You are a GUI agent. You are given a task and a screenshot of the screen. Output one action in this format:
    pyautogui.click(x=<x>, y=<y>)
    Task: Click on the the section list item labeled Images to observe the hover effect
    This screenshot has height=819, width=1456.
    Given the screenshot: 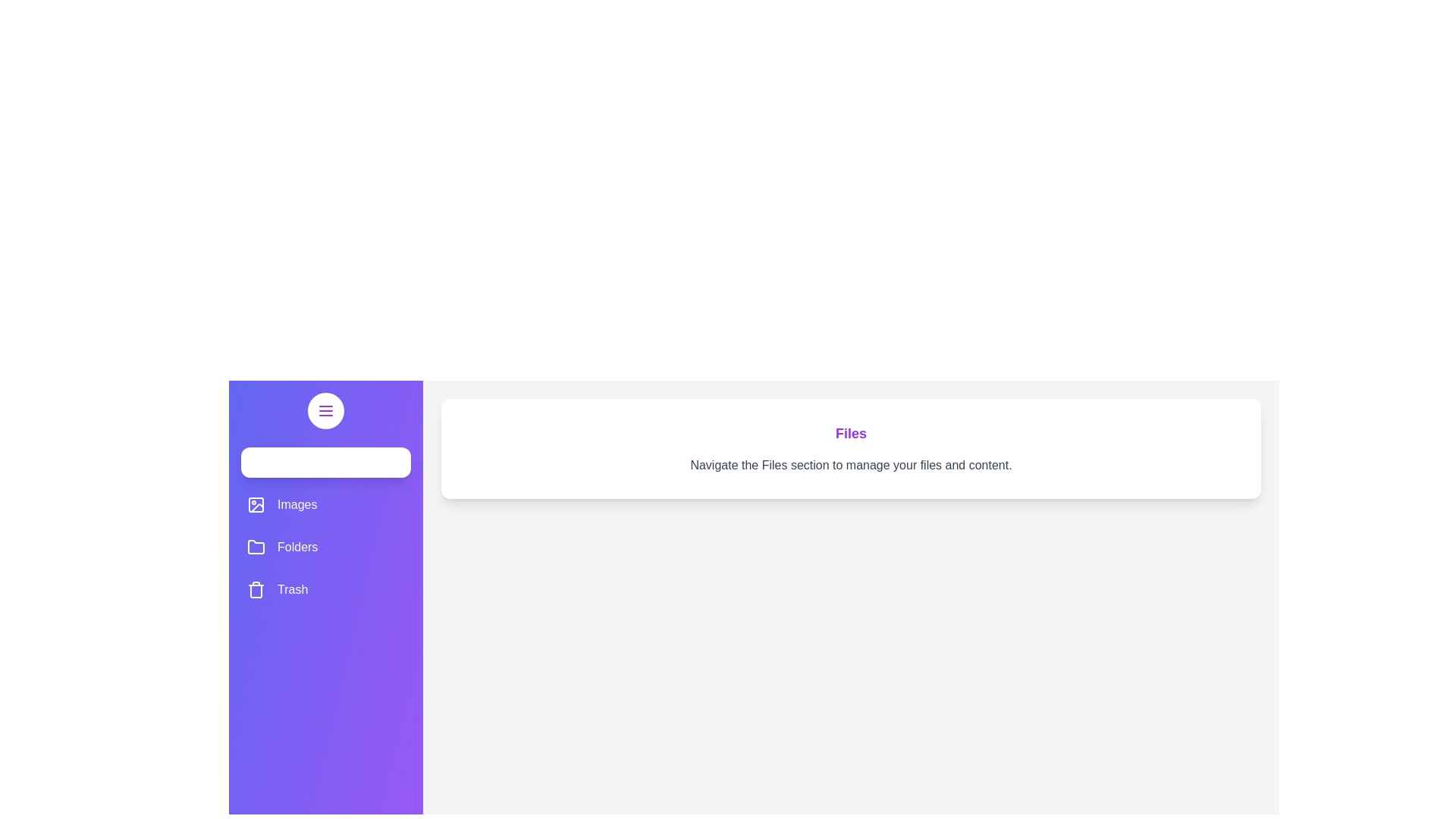 What is the action you would take?
    pyautogui.click(x=325, y=505)
    